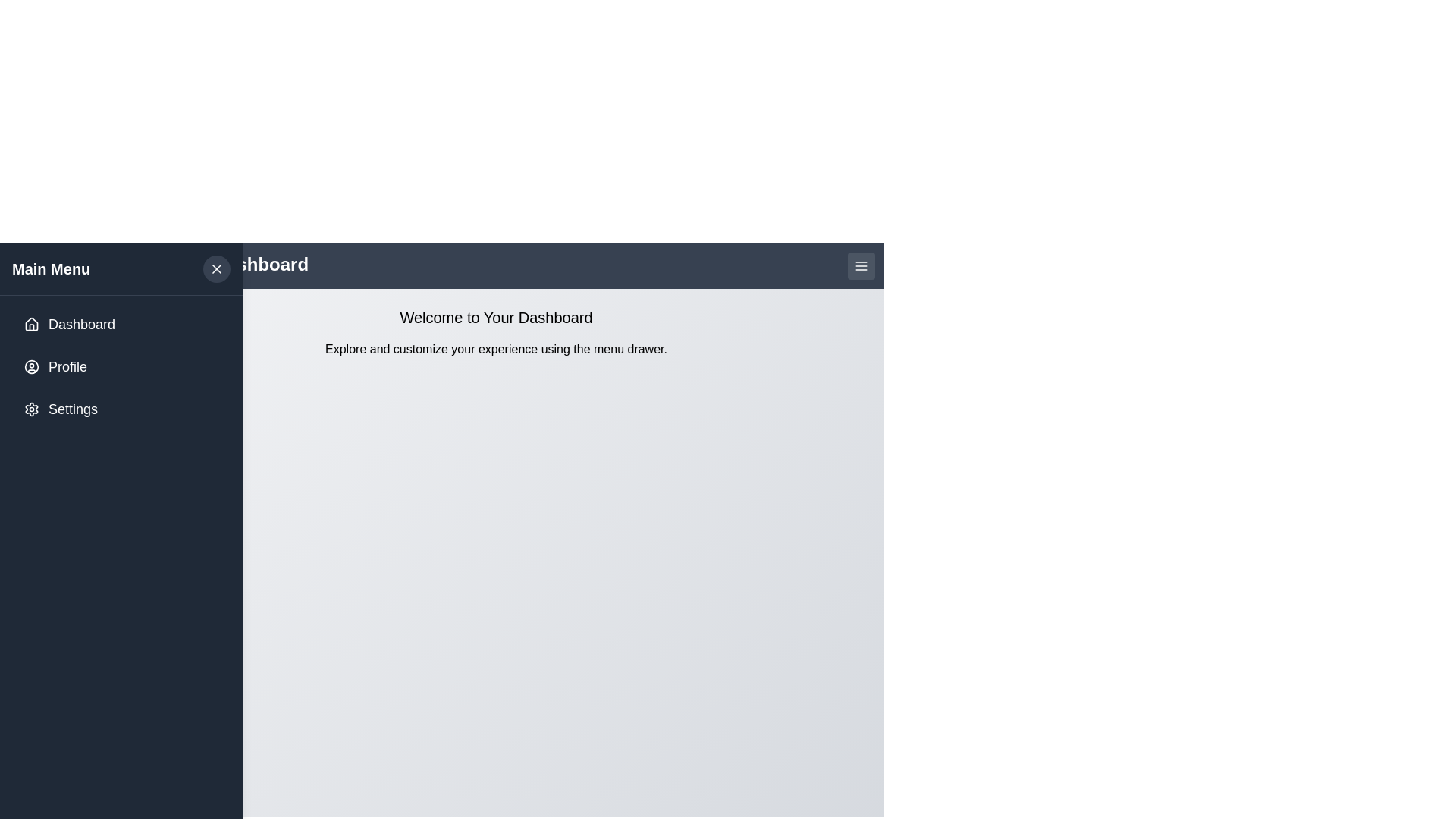 The image size is (1456, 819). Describe the element at coordinates (32, 409) in the screenshot. I see `the design of the 'Settings' icon located in the left-side navigation menu, which visually represents the configuration functionality` at that location.